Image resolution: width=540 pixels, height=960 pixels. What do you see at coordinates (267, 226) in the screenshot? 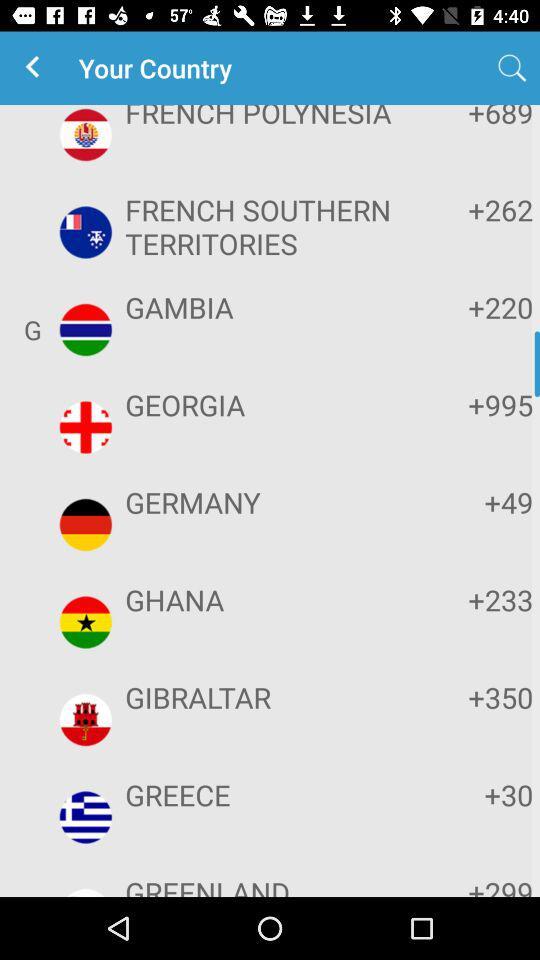
I see `app above gambia` at bounding box center [267, 226].